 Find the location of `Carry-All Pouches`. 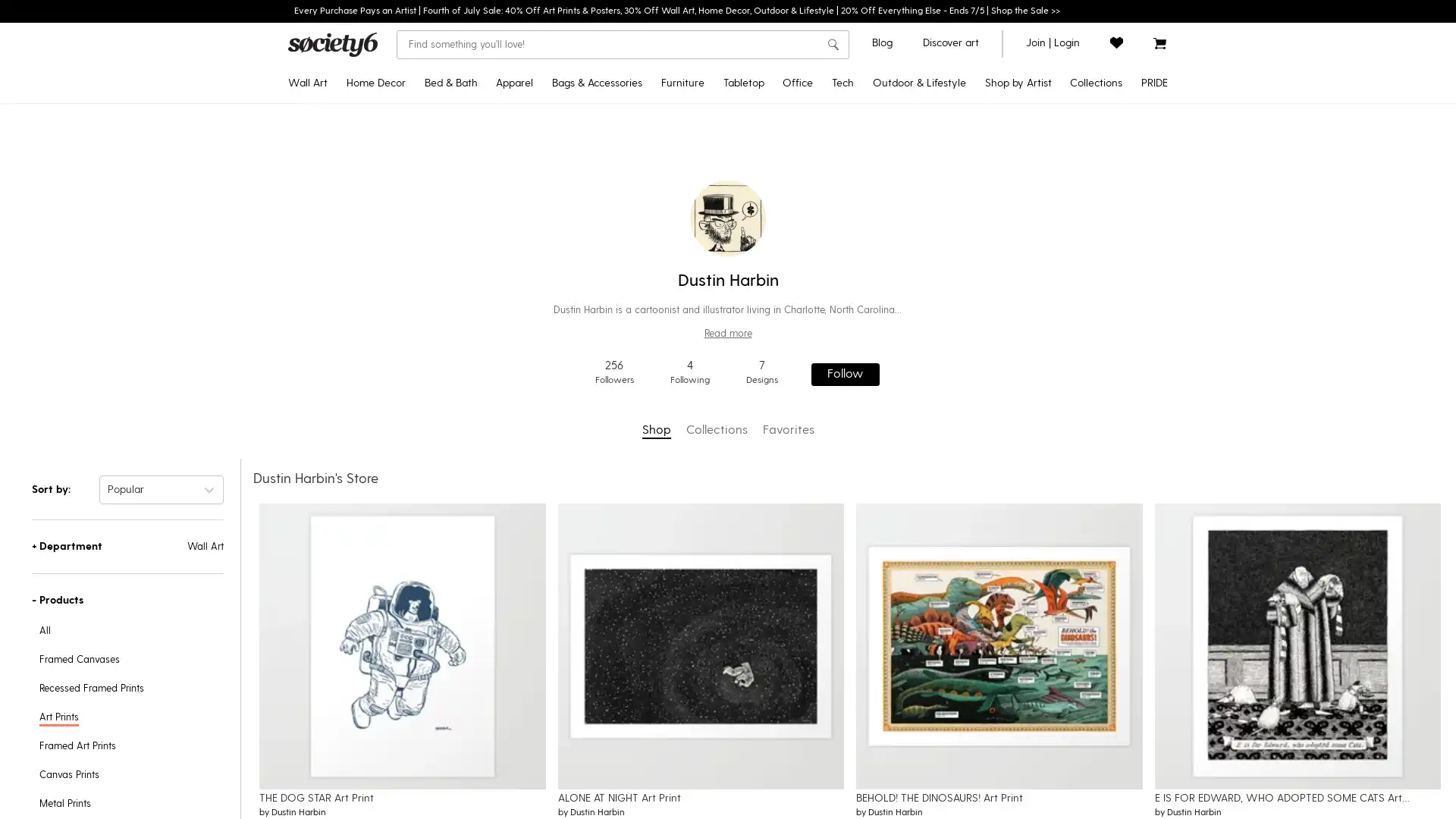

Carry-All Pouches is located at coordinates (607, 146).